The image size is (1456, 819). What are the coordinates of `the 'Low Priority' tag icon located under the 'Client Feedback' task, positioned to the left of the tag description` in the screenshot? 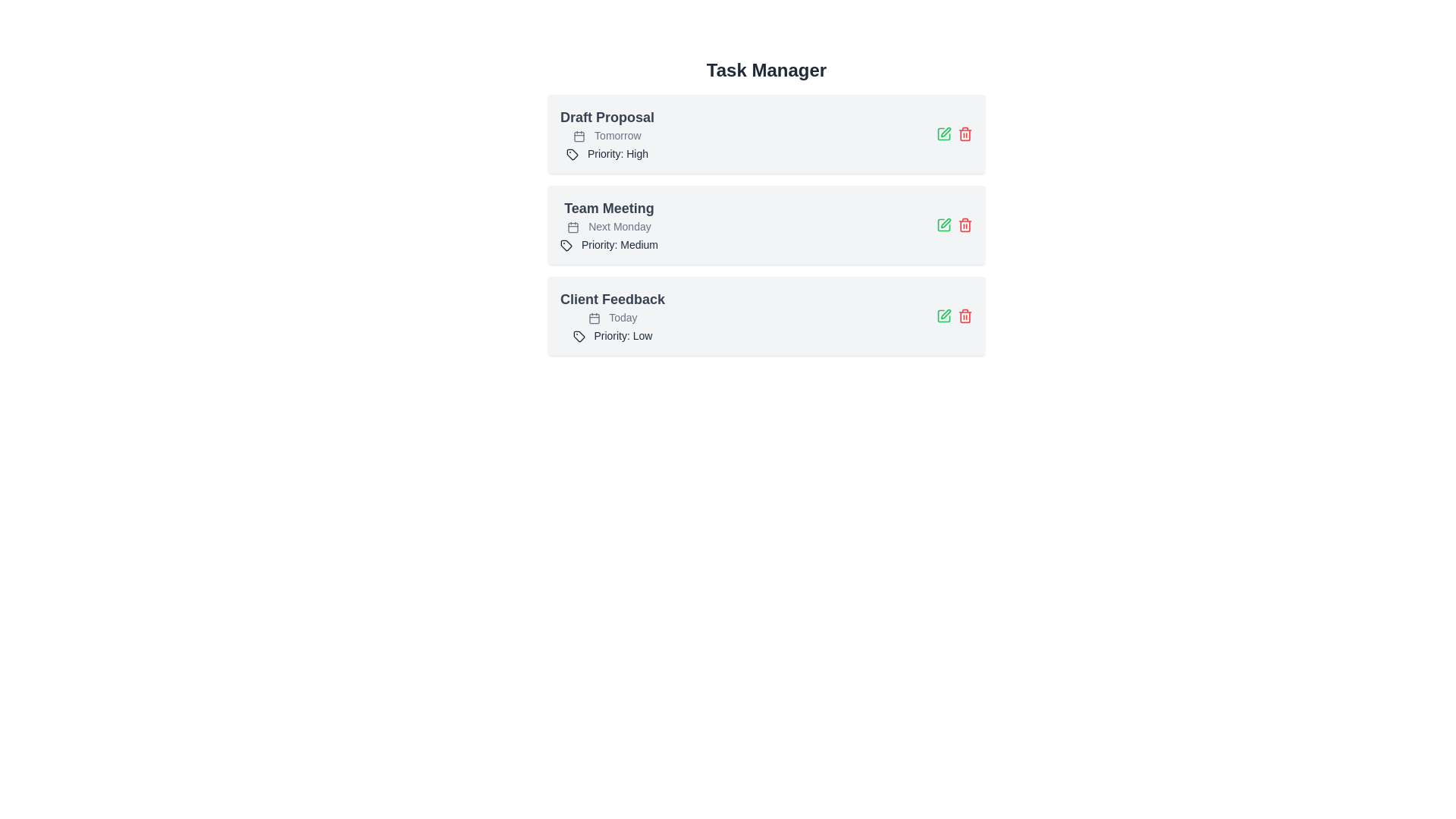 It's located at (578, 336).